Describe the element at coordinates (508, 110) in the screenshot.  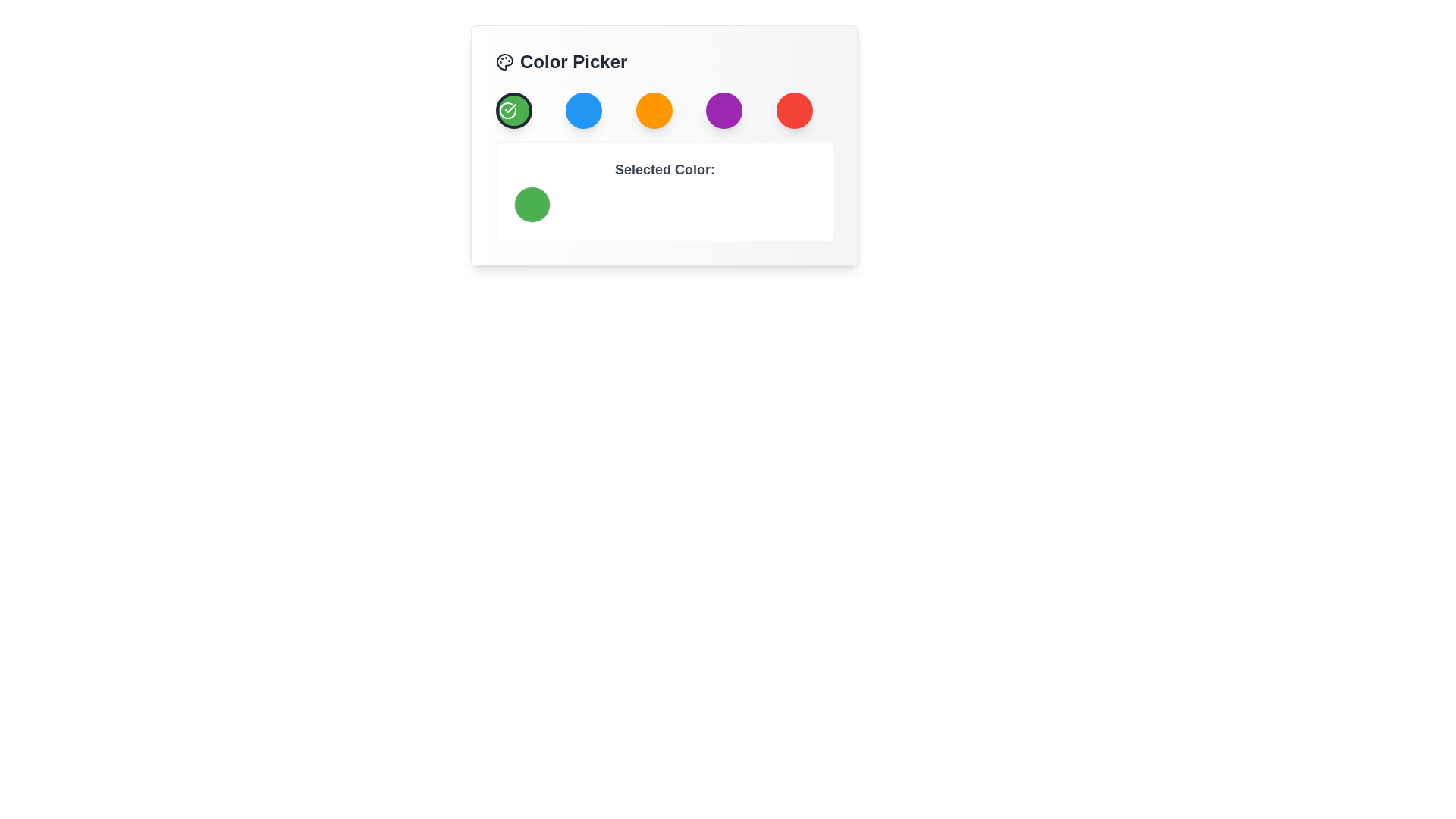
I see `the green SVG icon that indicates the currently selected color in the color picker tool, which is the first element in the horizontal sequence of color selections` at that location.